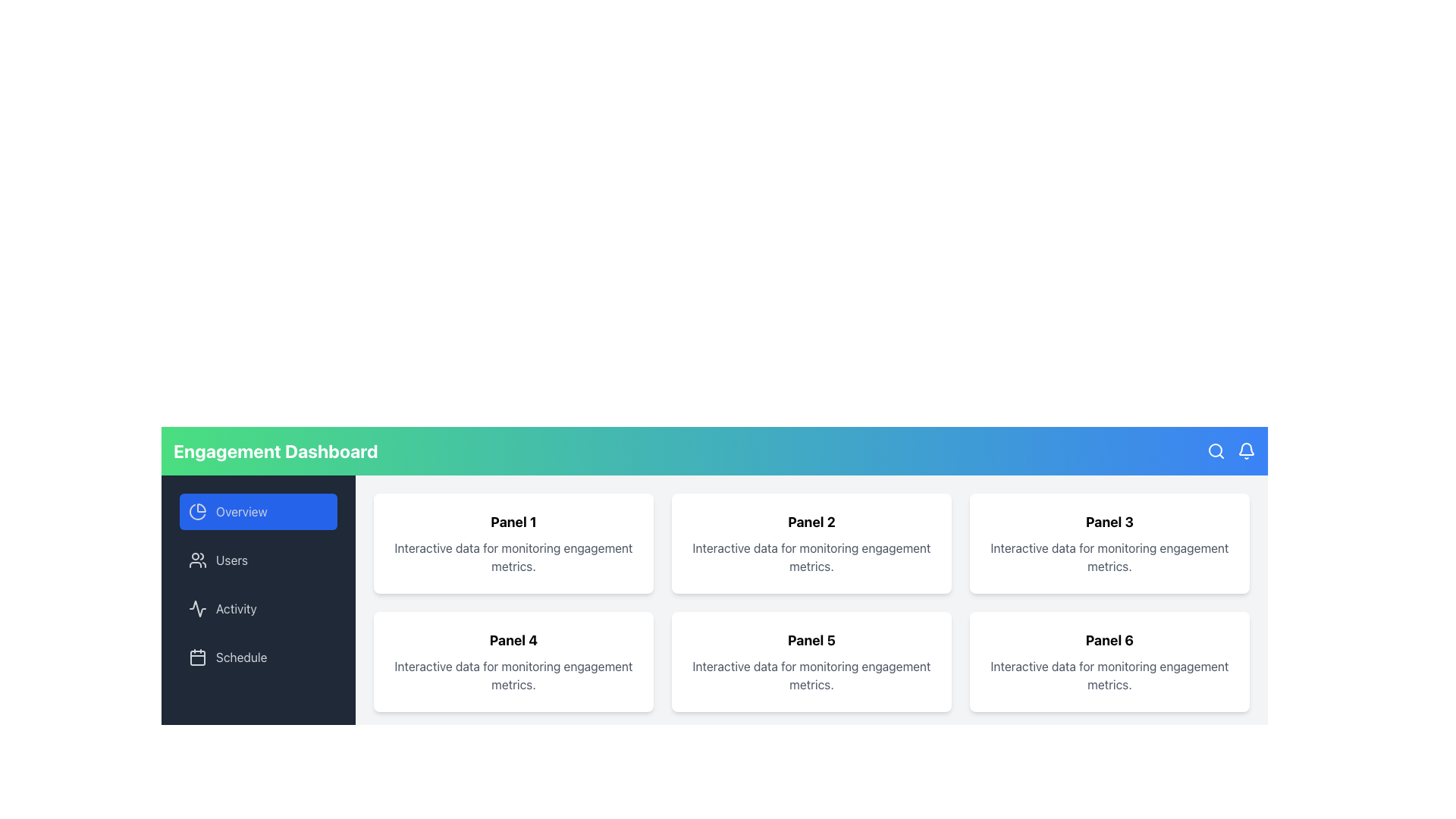  I want to click on the 'Overview' text label, which is styled with white text on a blue background, located in the vertical navigation menu on the left side of the interface, directly to the right of a pie chart icon, so click(240, 512).